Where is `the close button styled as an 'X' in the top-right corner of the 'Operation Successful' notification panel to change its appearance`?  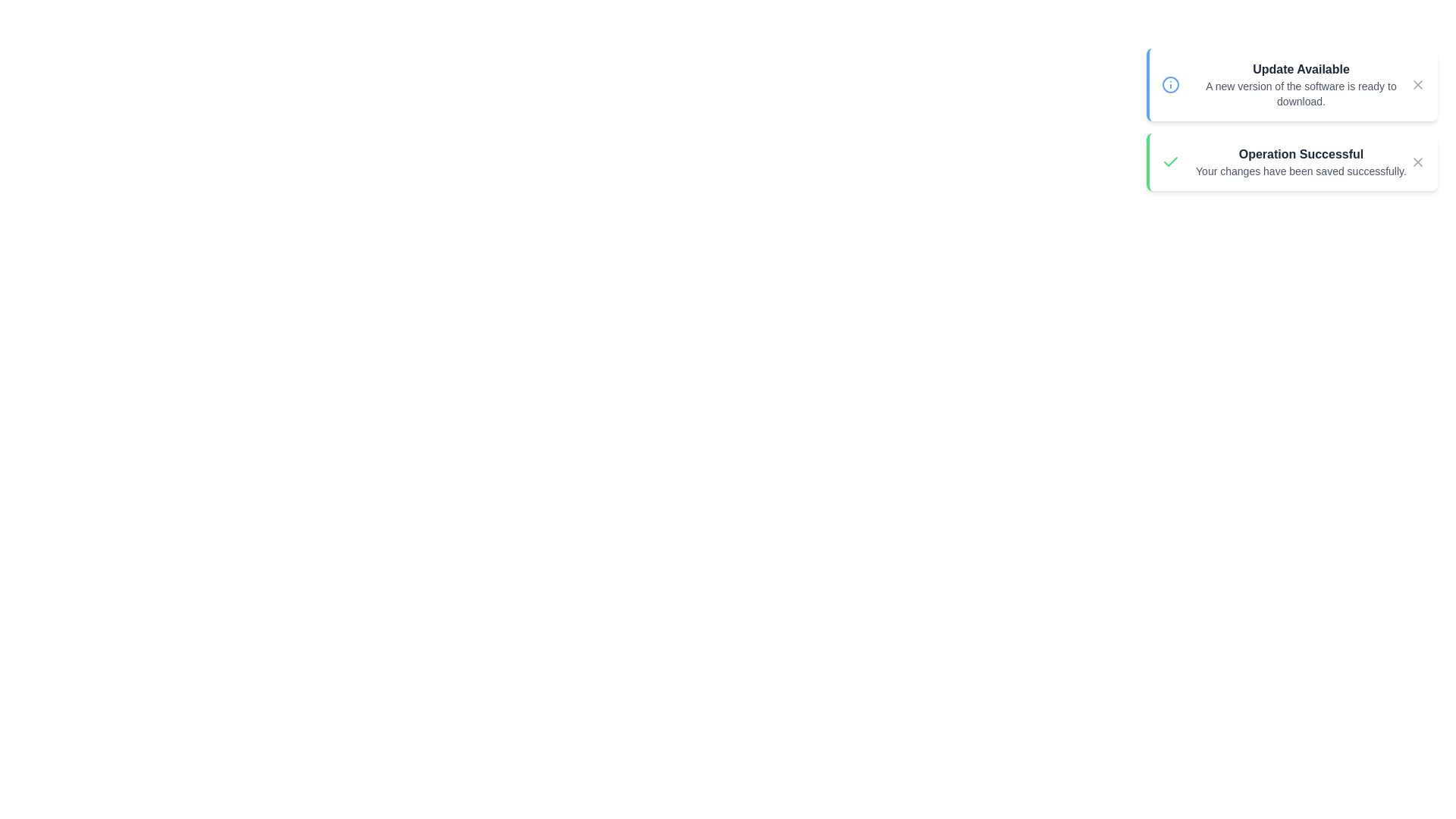 the close button styled as an 'X' in the top-right corner of the 'Operation Successful' notification panel to change its appearance is located at coordinates (1417, 162).